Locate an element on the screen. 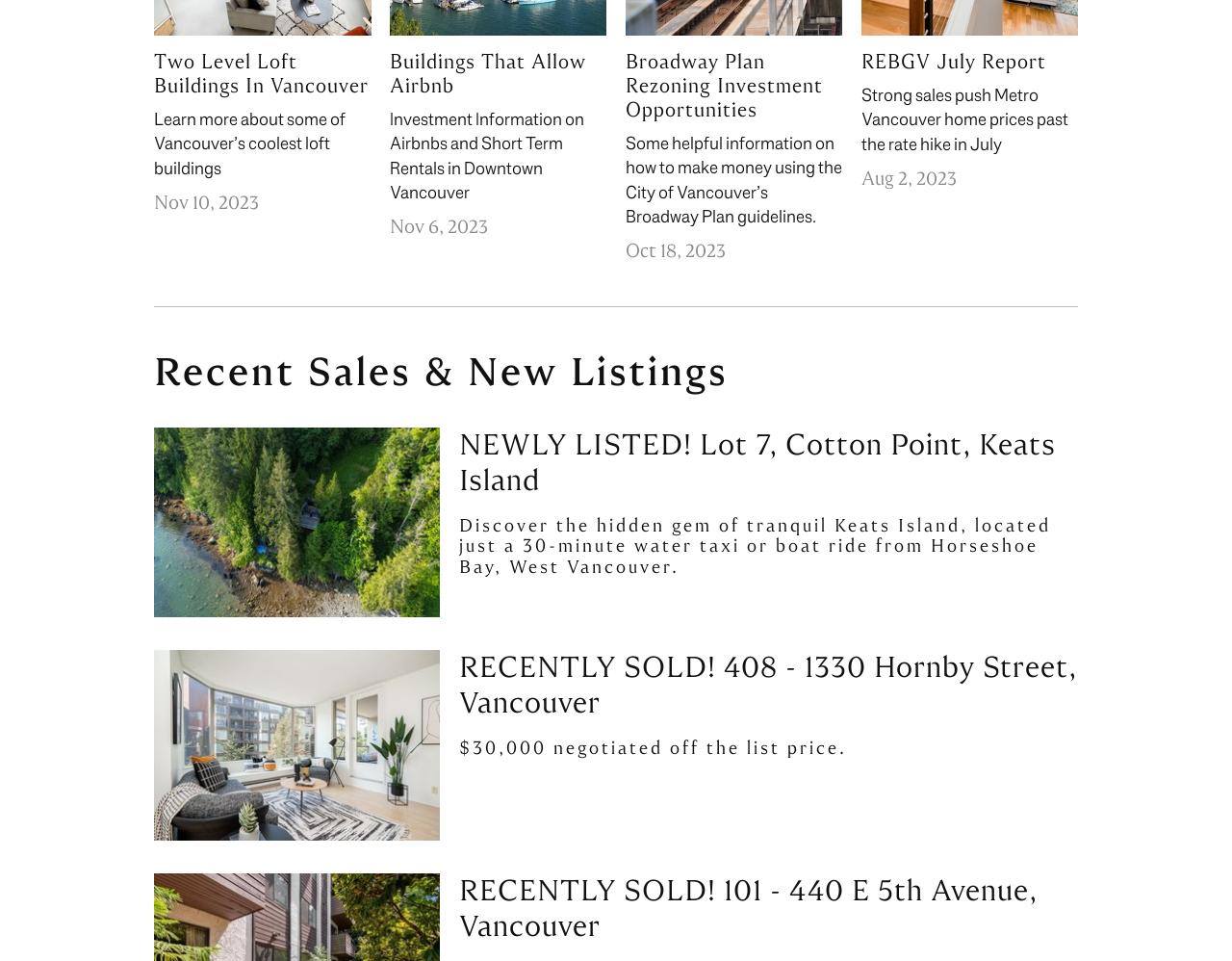  'Buildings That Allow Airbnb' is located at coordinates (486, 72).